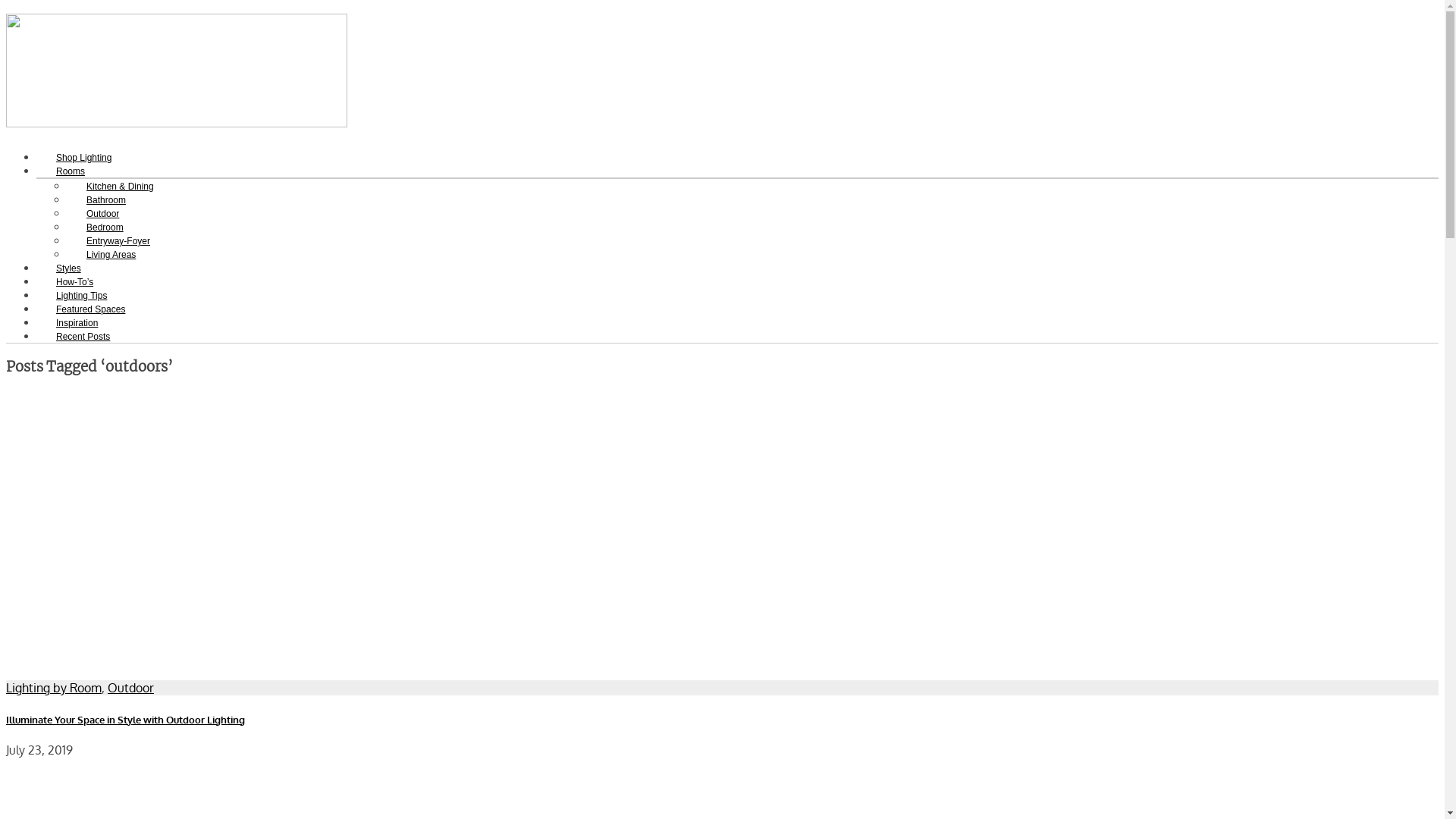 The height and width of the screenshot is (819, 1456). What do you see at coordinates (54, 687) in the screenshot?
I see `'Lighting by Room'` at bounding box center [54, 687].